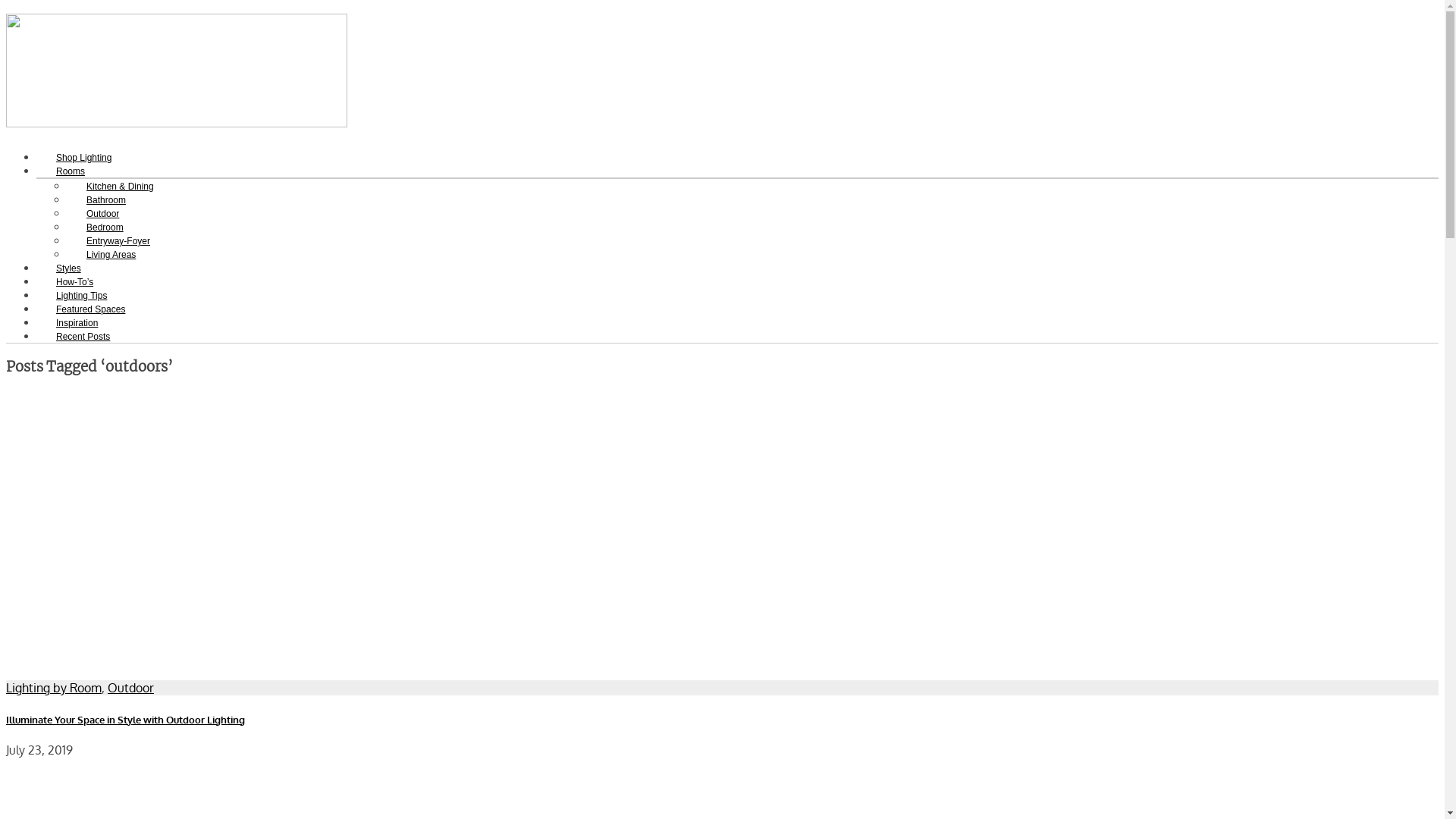 The height and width of the screenshot is (819, 1456). What do you see at coordinates (54, 687) in the screenshot?
I see `'Lighting by Room'` at bounding box center [54, 687].